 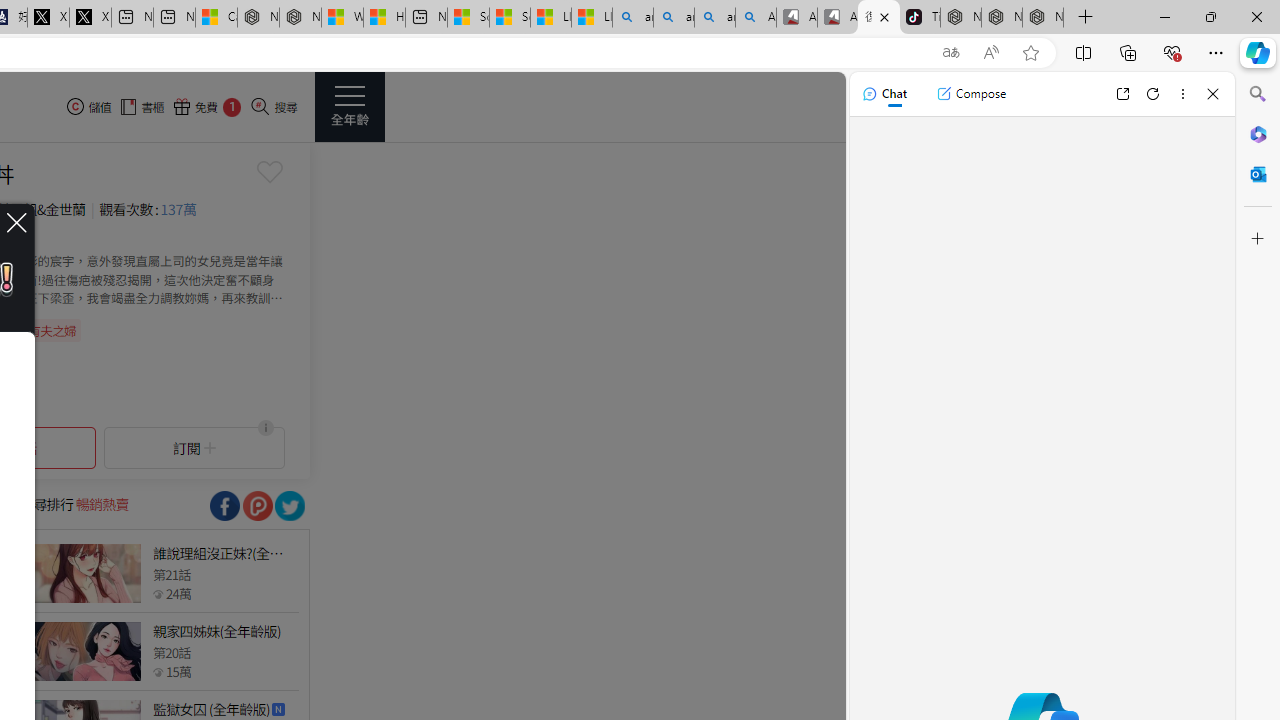 What do you see at coordinates (837, 17) in the screenshot?
I see `'All Cubot phones'` at bounding box center [837, 17].